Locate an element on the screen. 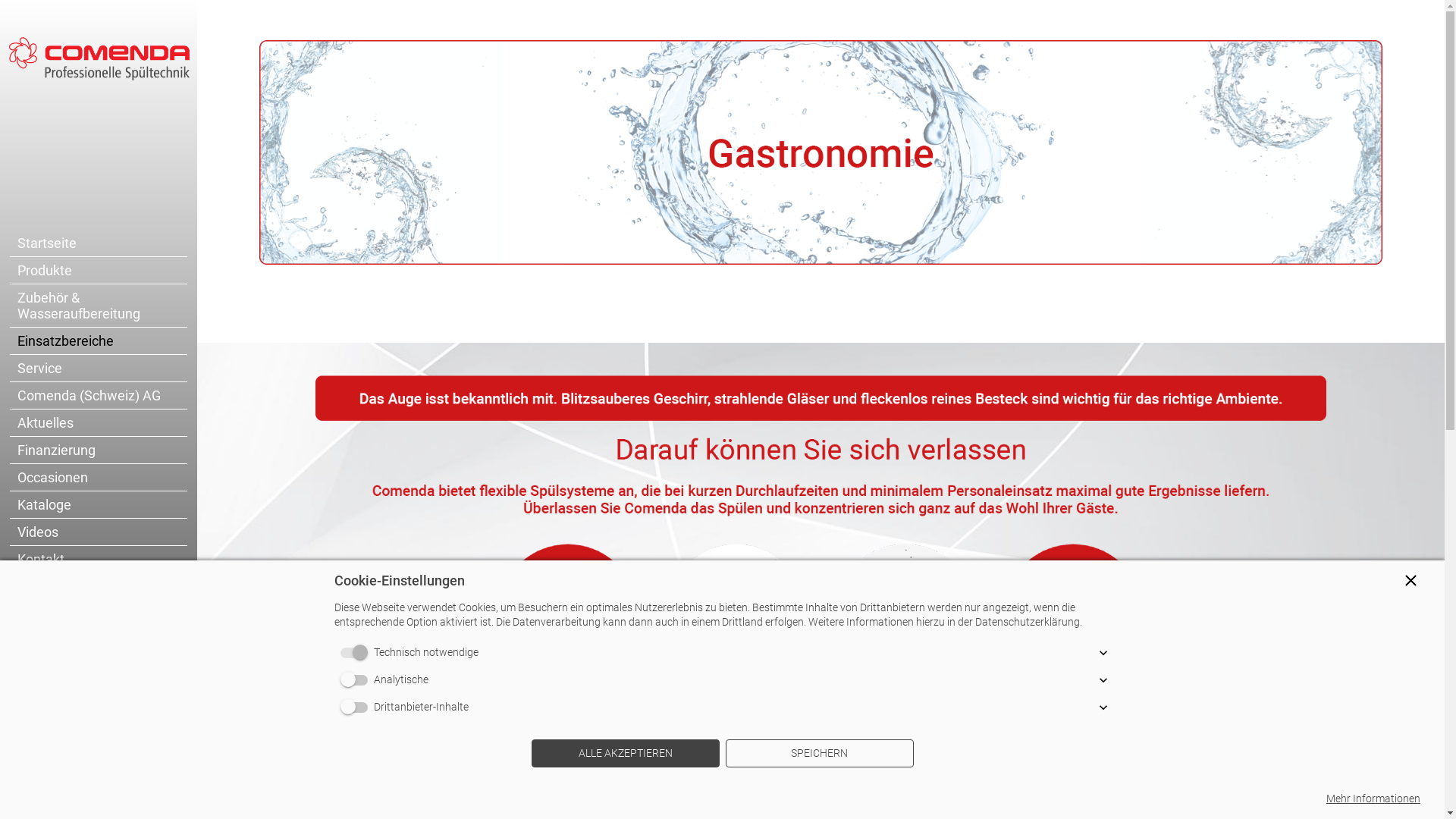 Image resolution: width=1456 pixels, height=819 pixels. 'Service' is located at coordinates (97, 368).